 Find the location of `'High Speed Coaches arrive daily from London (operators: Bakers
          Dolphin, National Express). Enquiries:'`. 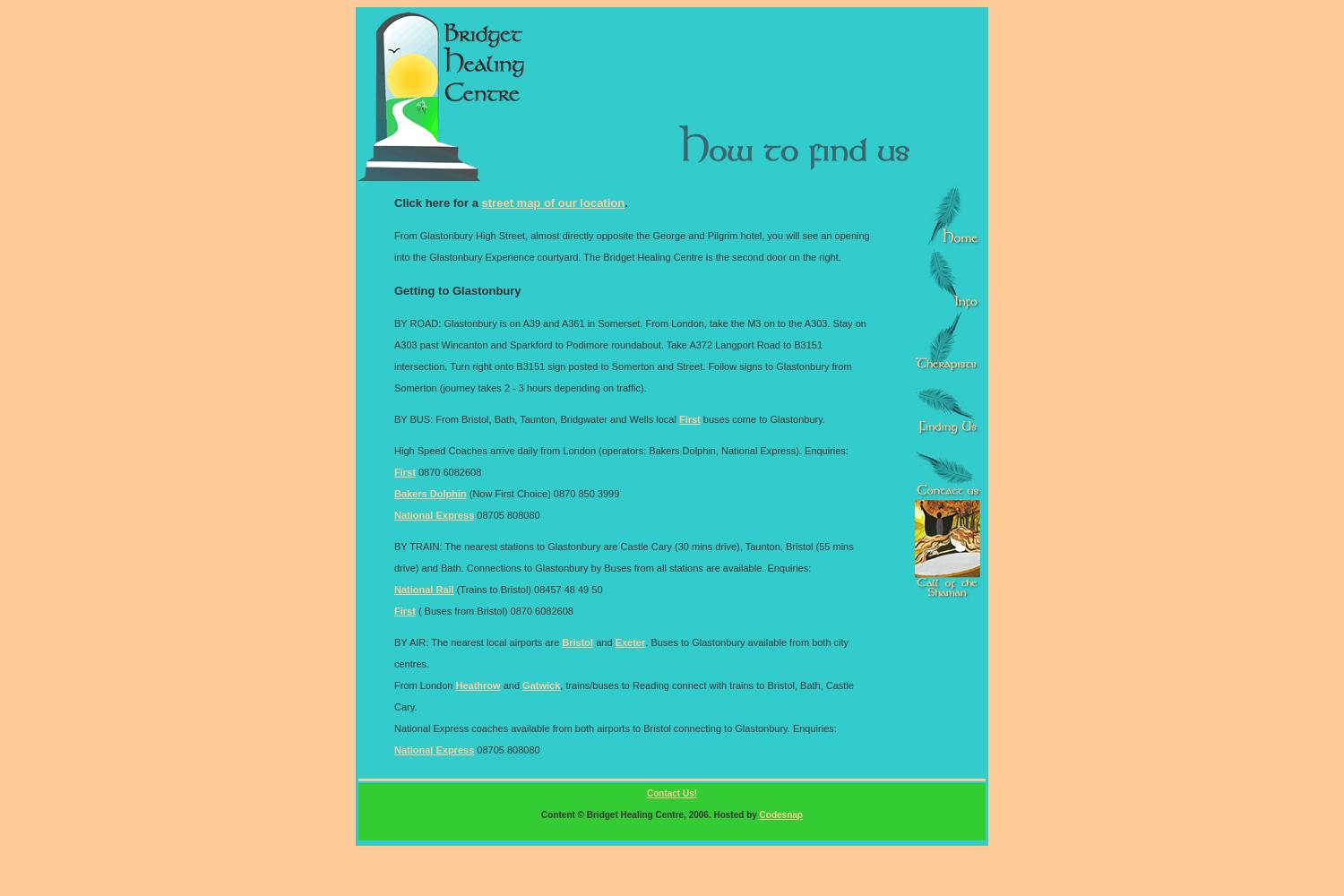

'High Speed Coaches arrive daily from London (operators: Bakers
          Dolphin, National Express). Enquiries:' is located at coordinates (392, 450).